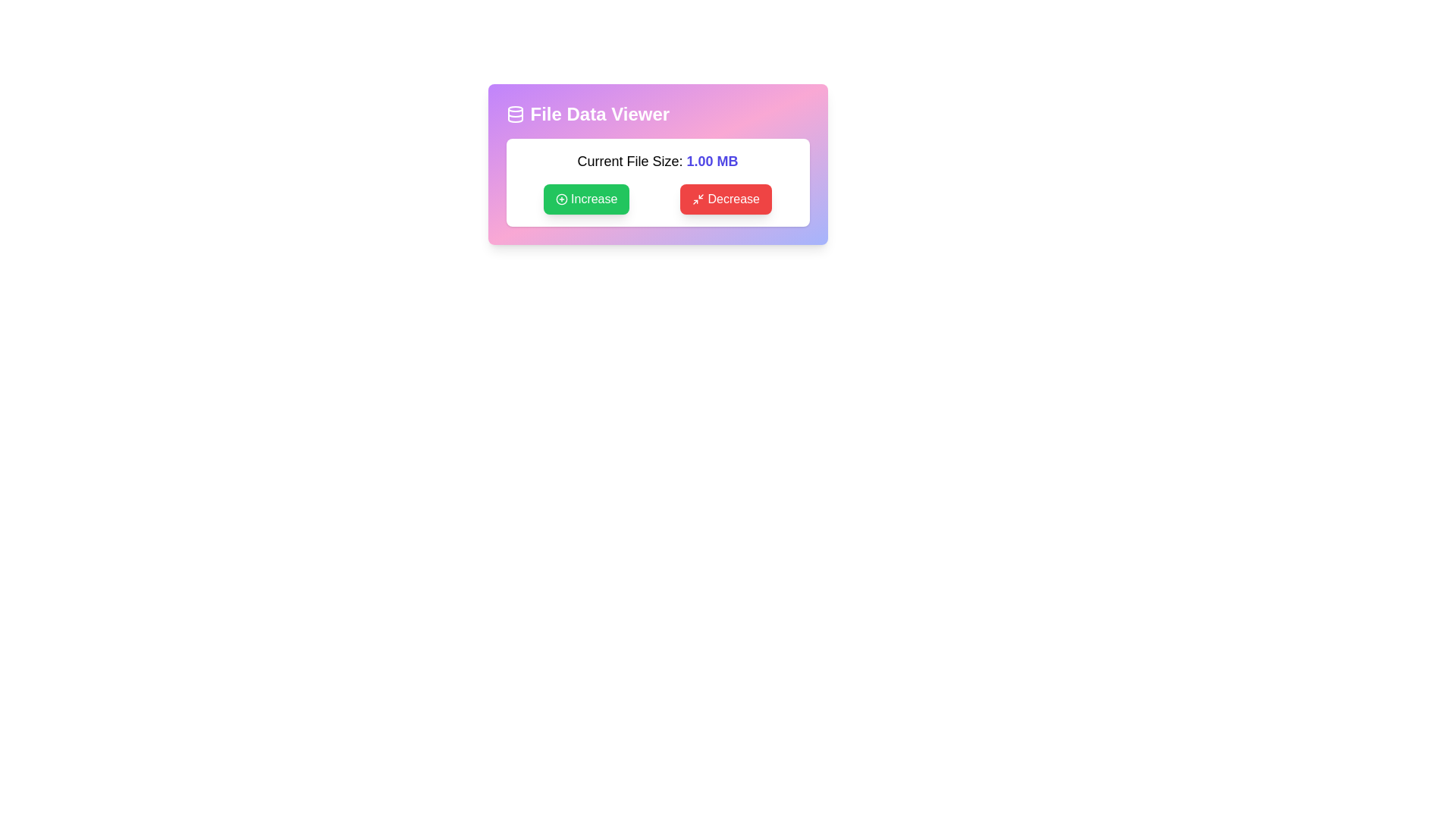  What do you see at coordinates (515, 113) in the screenshot?
I see `the database icon, which is represented by a circular top and two connecting curved lines, located to the left of the text 'File Data Viewer'` at bounding box center [515, 113].